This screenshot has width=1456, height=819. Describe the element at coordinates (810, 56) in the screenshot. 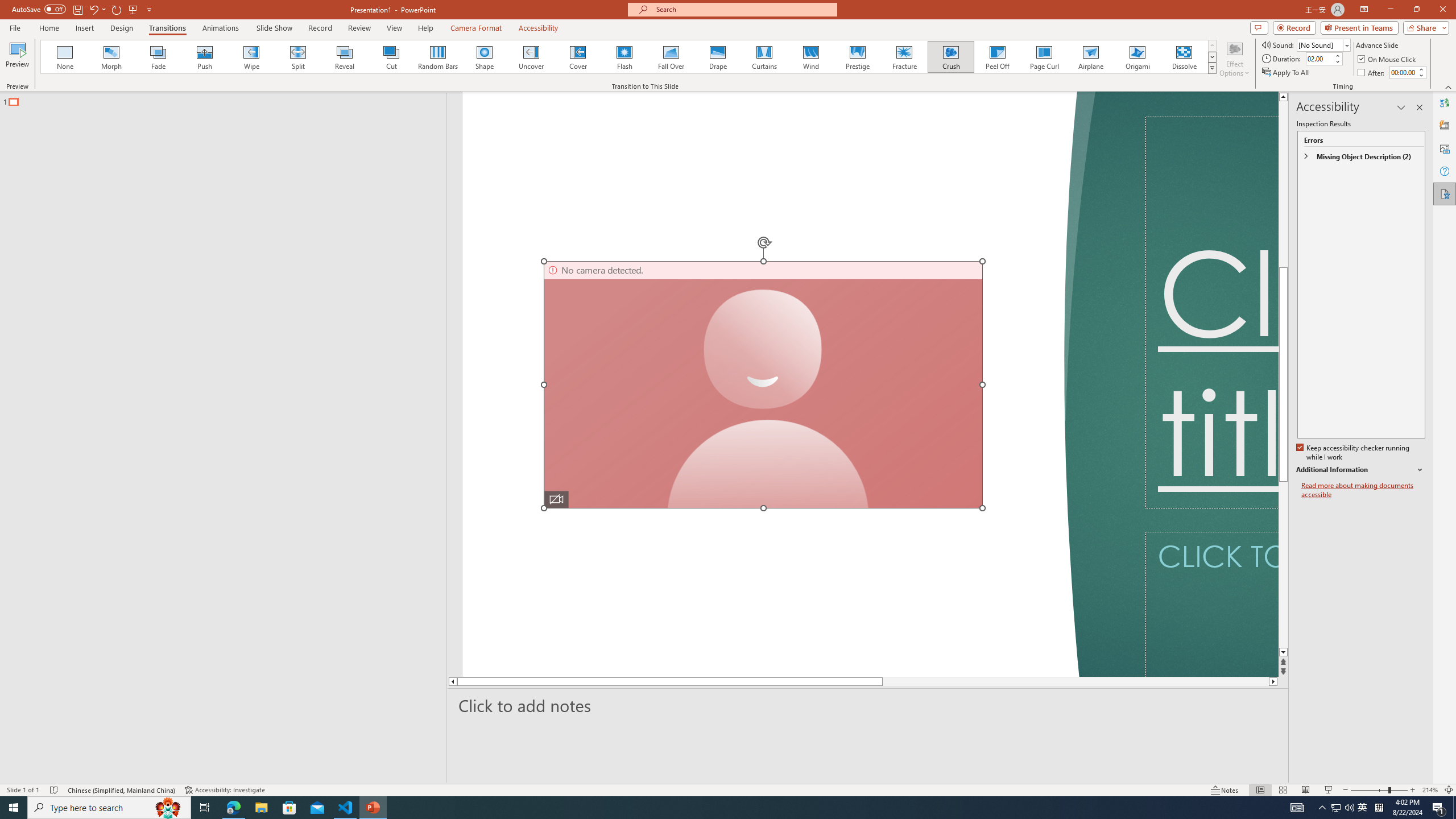

I see `'Wind'` at that location.